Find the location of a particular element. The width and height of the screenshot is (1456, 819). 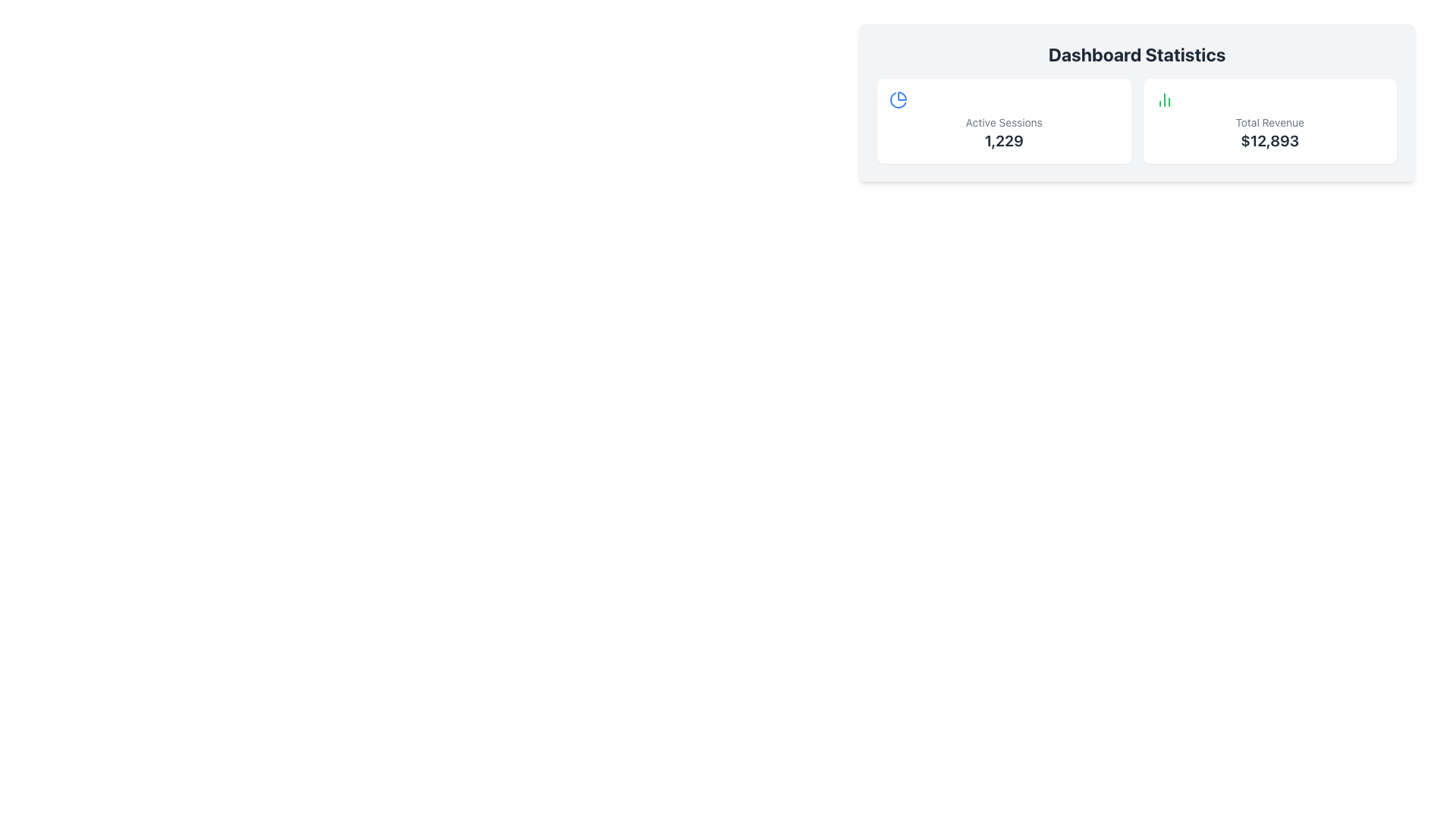

the 'Total Revenue' icon located in the top-right corner of the dashboard, above the text '$12,893' and to the left of the label 'Total Revenue' is located at coordinates (1163, 99).